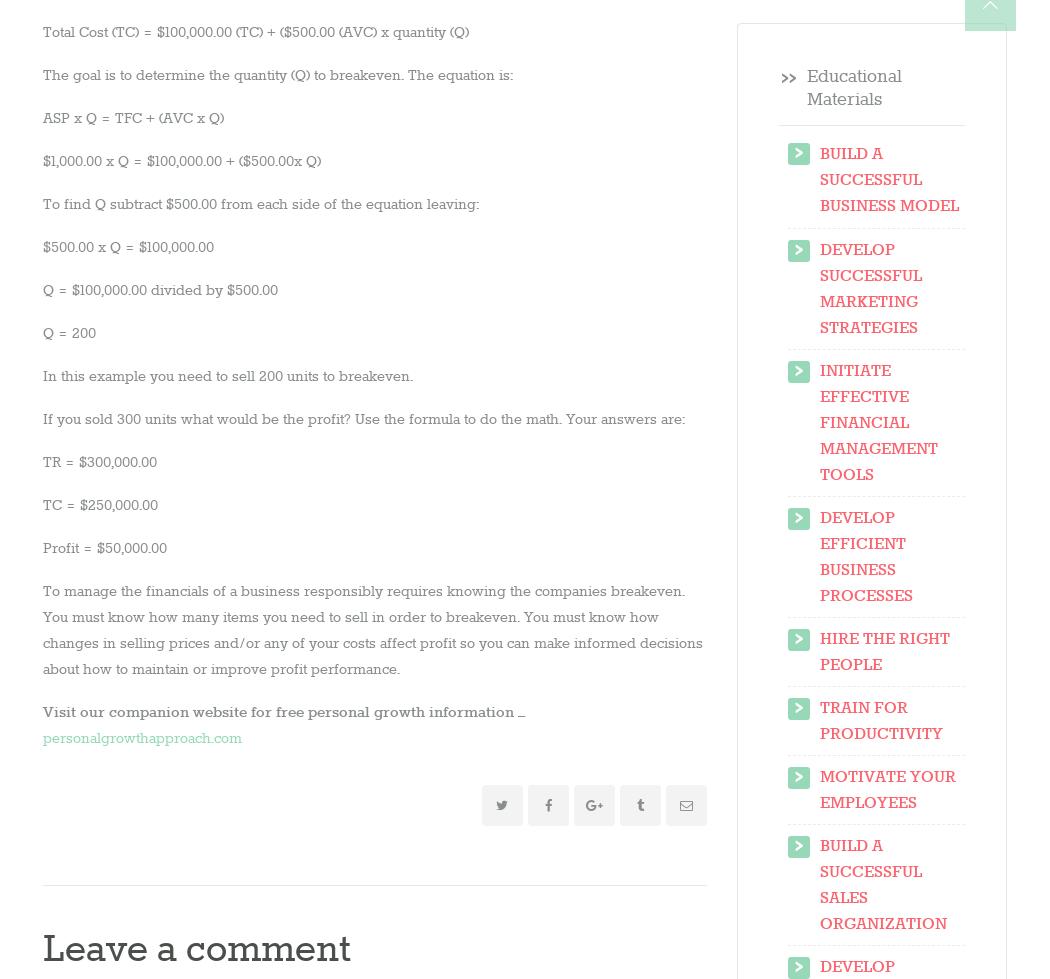  Describe the element at coordinates (261, 204) in the screenshot. I see `'To find Q subtract $500.00 from each side of the equation leaving:'` at that location.